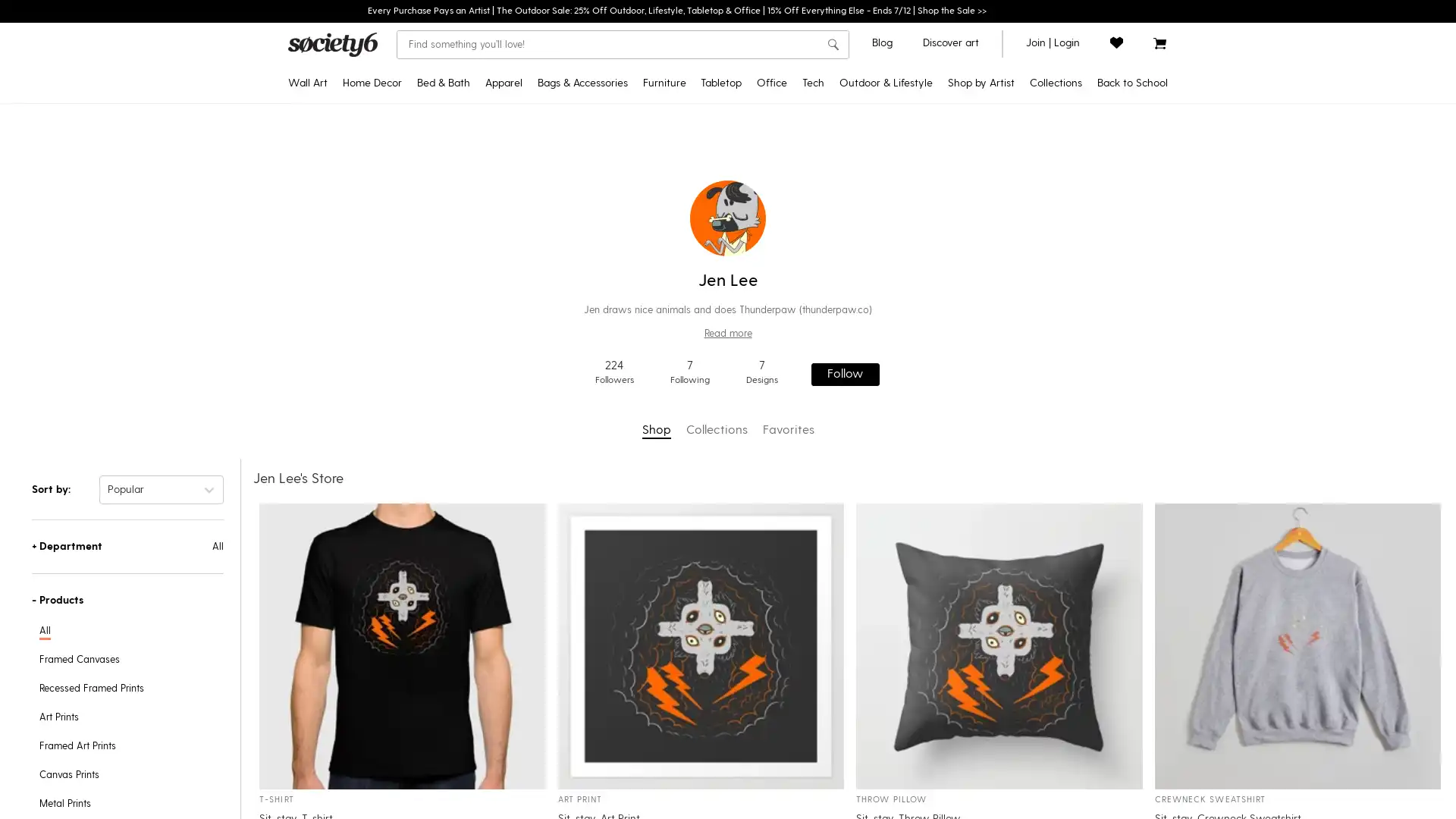 Image resolution: width=1456 pixels, height=819 pixels. What do you see at coordinates (940, 194) in the screenshot?
I see `Discover Black Artists` at bounding box center [940, 194].